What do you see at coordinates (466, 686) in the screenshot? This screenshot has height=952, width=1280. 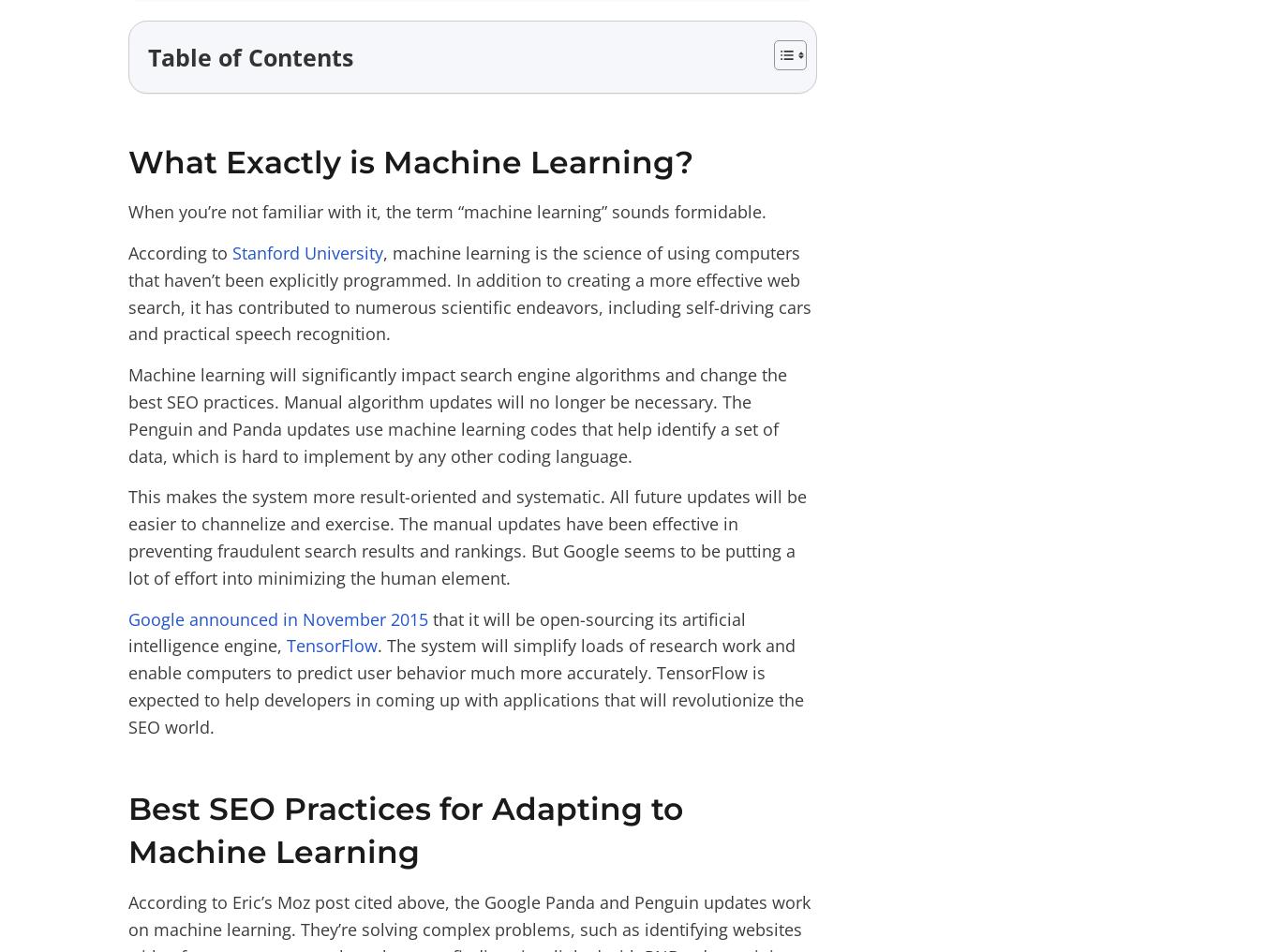 I see `'. The system will simplify loads of research work and enable computers to predict user behavior much more accurately. TensorFlow is expected to help developers in coming up with applications that will revolutionize the SEO world.'` at bounding box center [466, 686].